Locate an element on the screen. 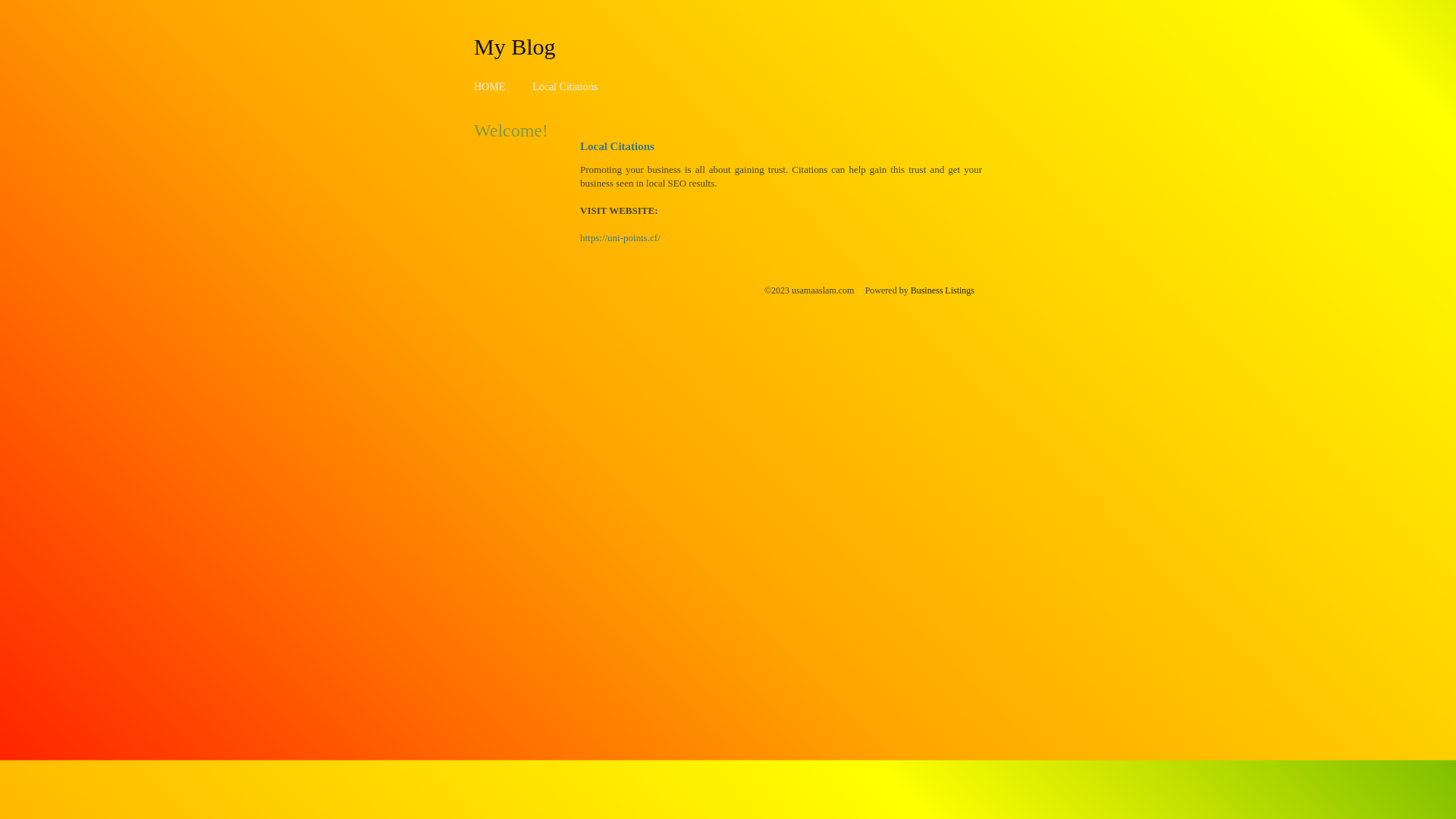 This screenshot has height=819, width=1456. 'Local Citations' is located at coordinates (563, 86).